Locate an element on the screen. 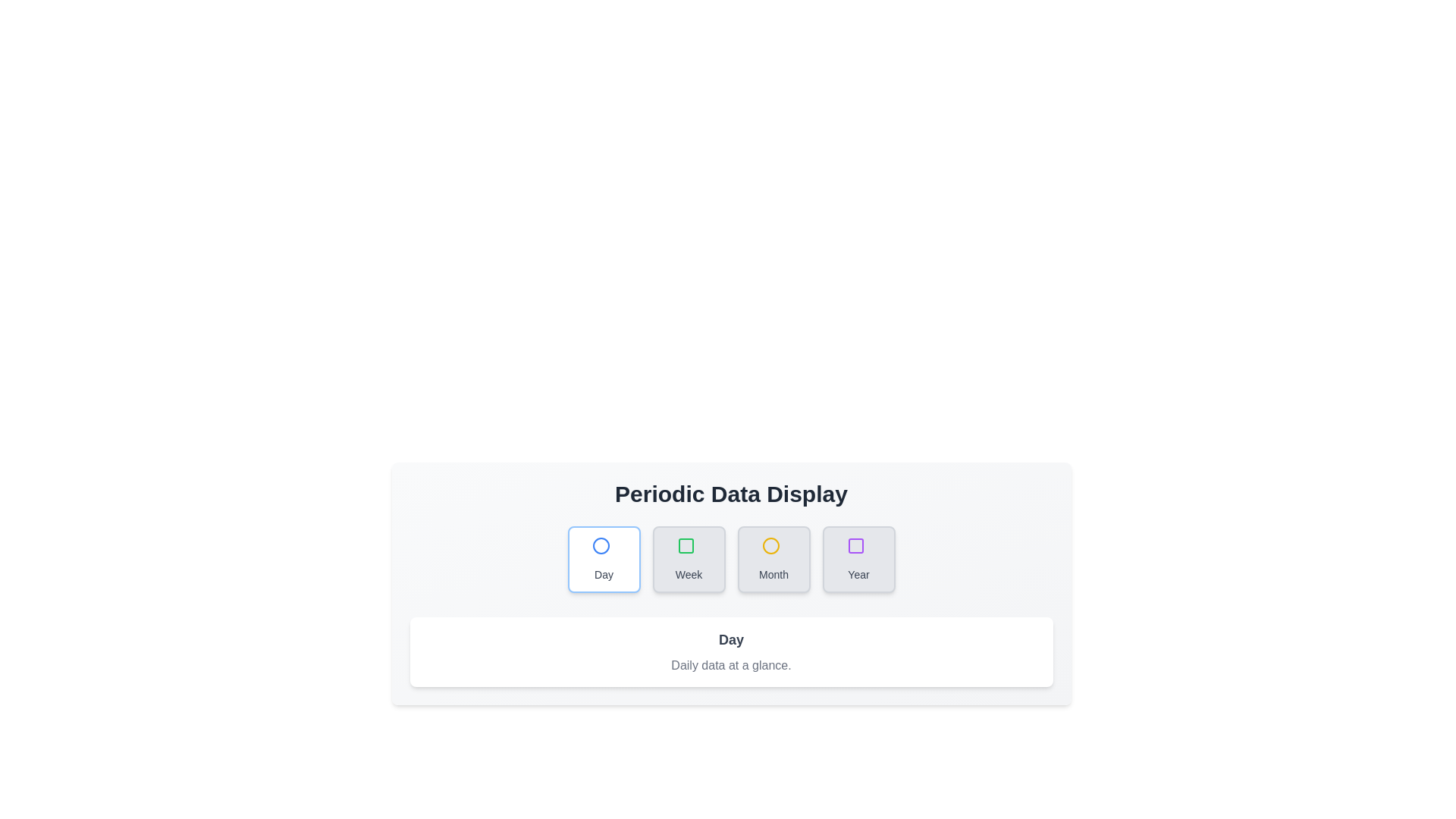 The width and height of the screenshot is (1456, 819). the circular icon with a yellow border located within the 'Month' button, which is the third option in a horizontal layout of four buttons is located at coordinates (773, 549).